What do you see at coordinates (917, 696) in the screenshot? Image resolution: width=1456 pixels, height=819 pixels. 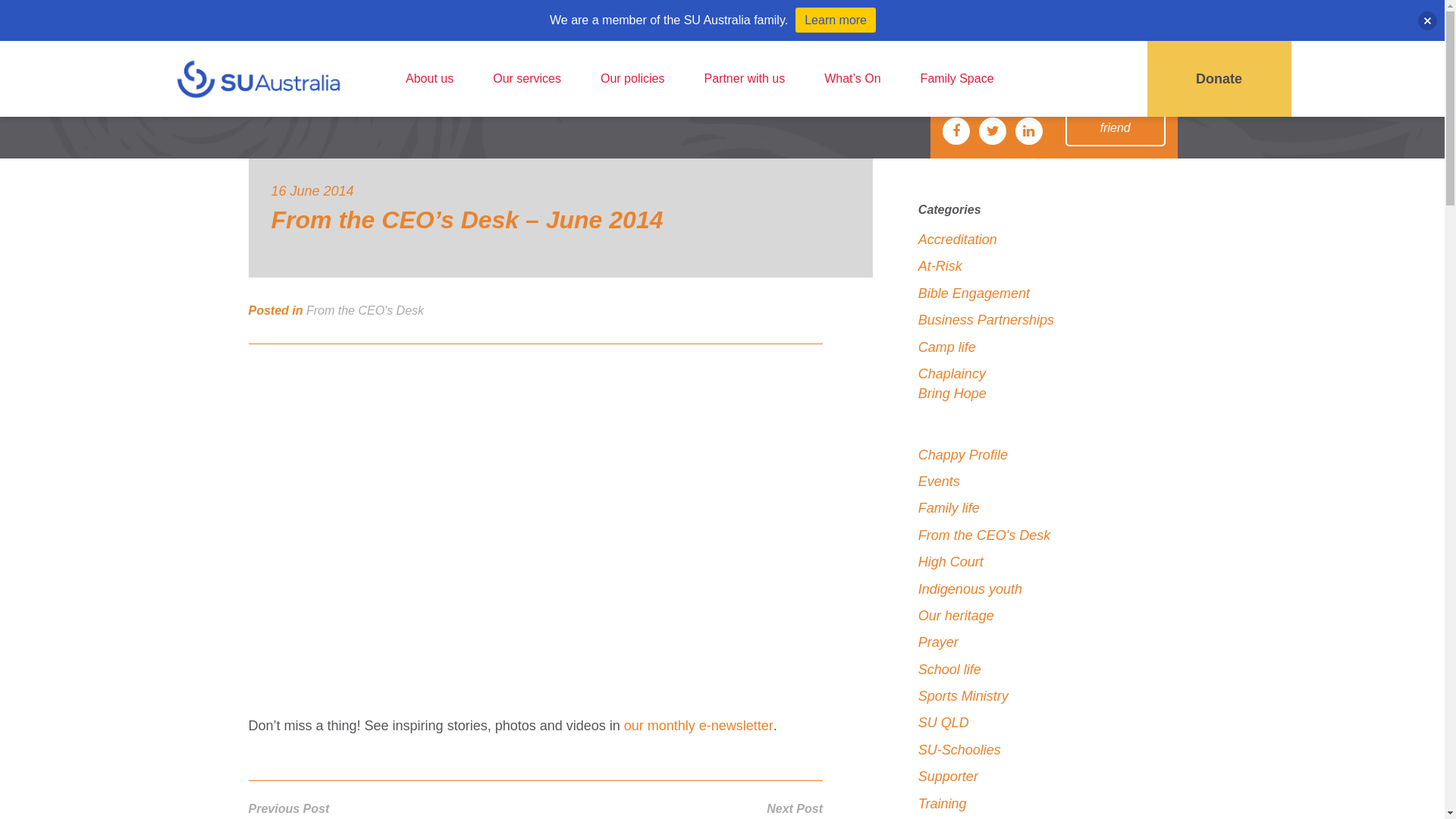 I see `'Sports Ministry'` at bounding box center [917, 696].